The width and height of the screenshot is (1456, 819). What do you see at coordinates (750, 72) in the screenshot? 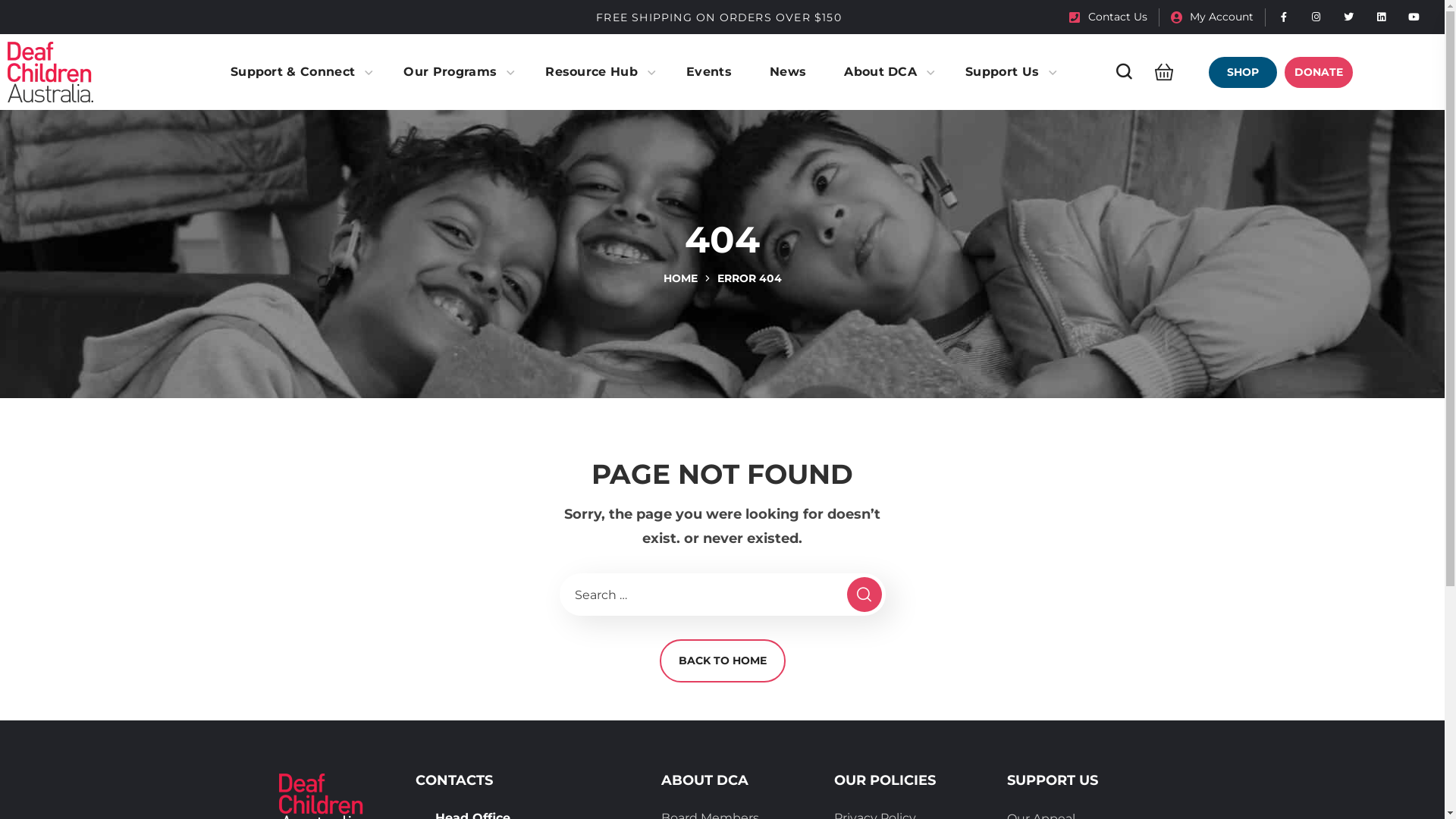
I see `'News'` at bounding box center [750, 72].